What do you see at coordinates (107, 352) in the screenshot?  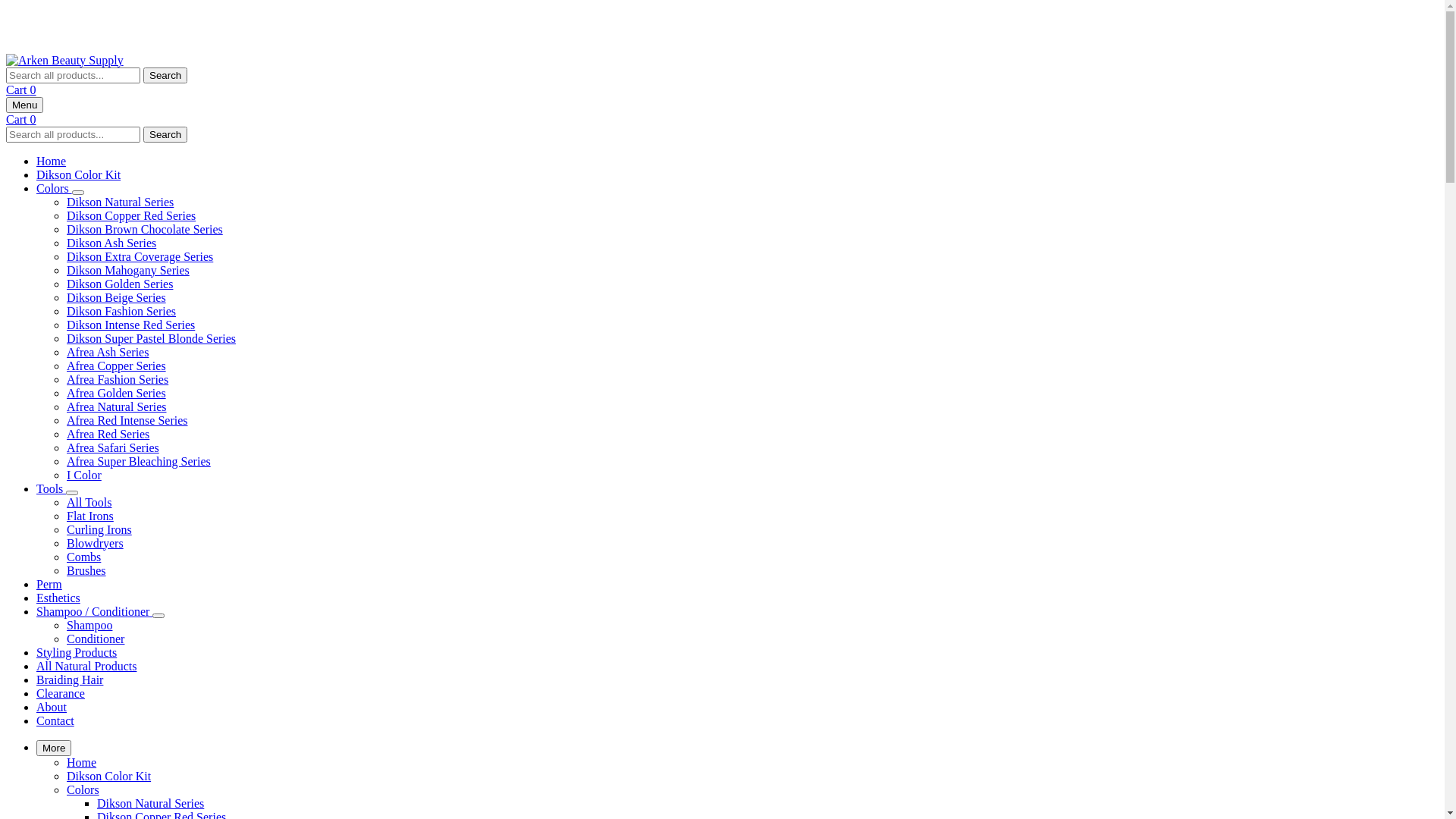 I see `'Afrea Ash Series'` at bounding box center [107, 352].